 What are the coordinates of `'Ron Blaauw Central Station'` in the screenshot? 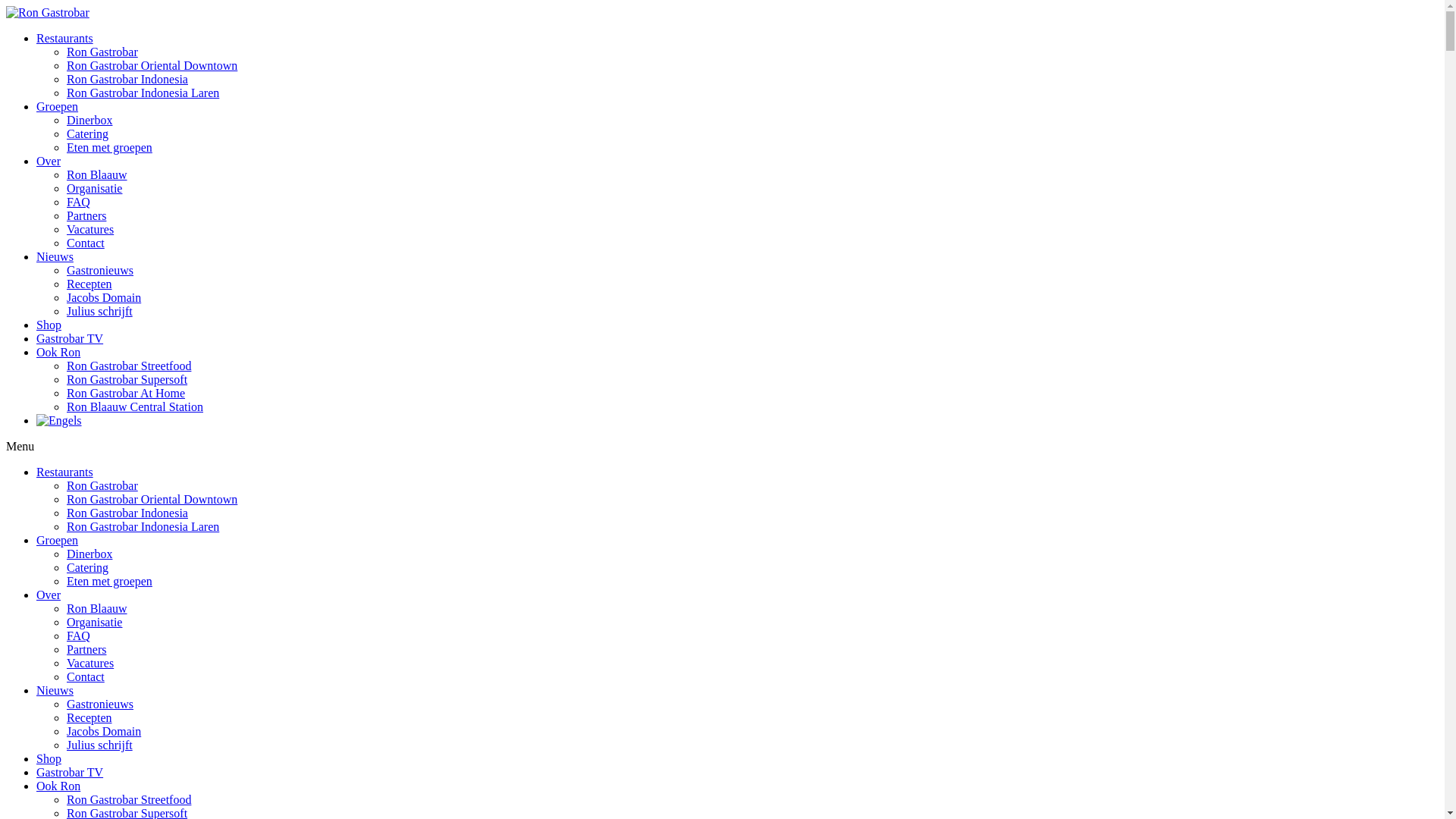 It's located at (134, 406).